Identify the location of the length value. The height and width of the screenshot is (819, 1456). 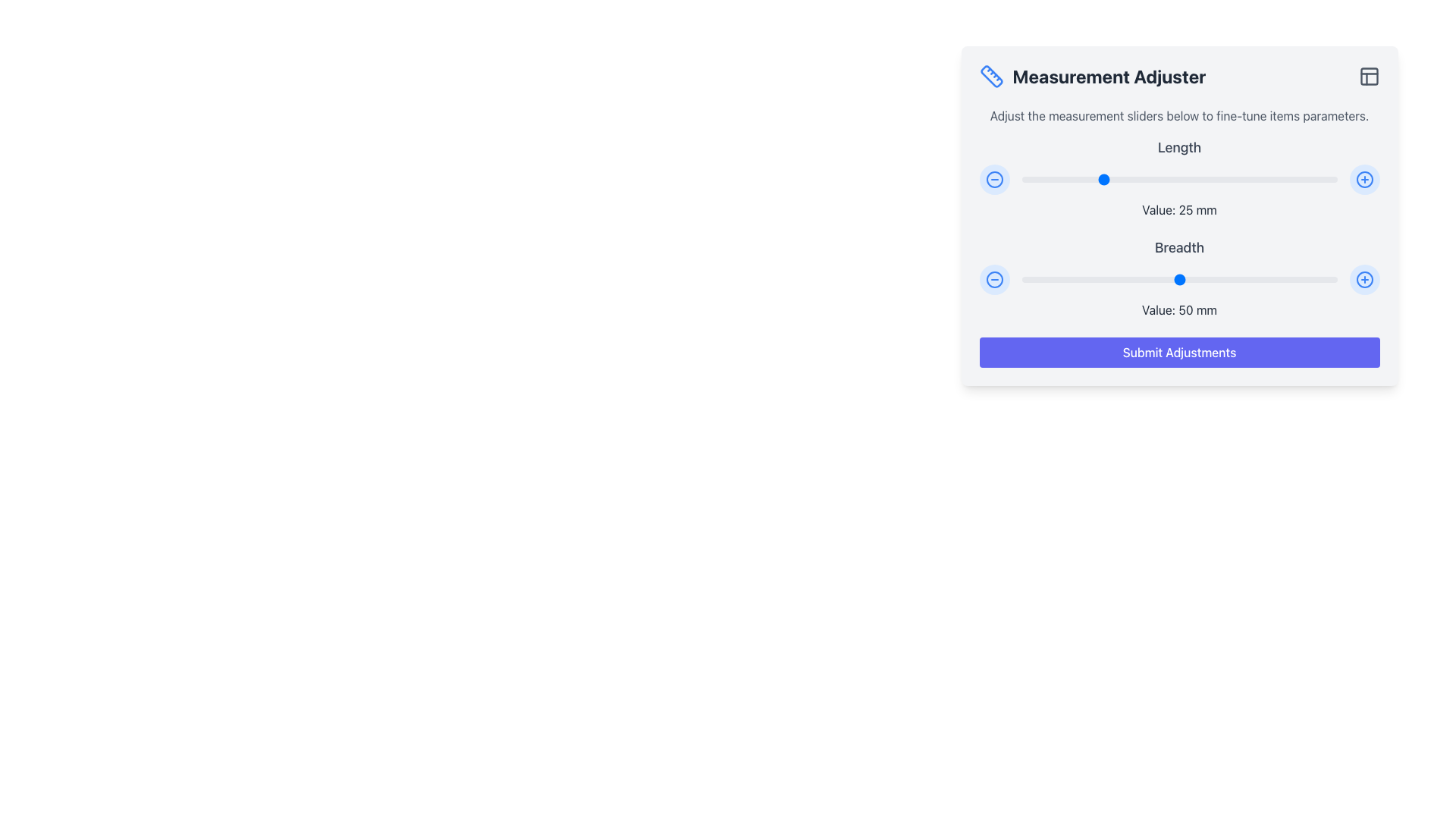
(1197, 178).